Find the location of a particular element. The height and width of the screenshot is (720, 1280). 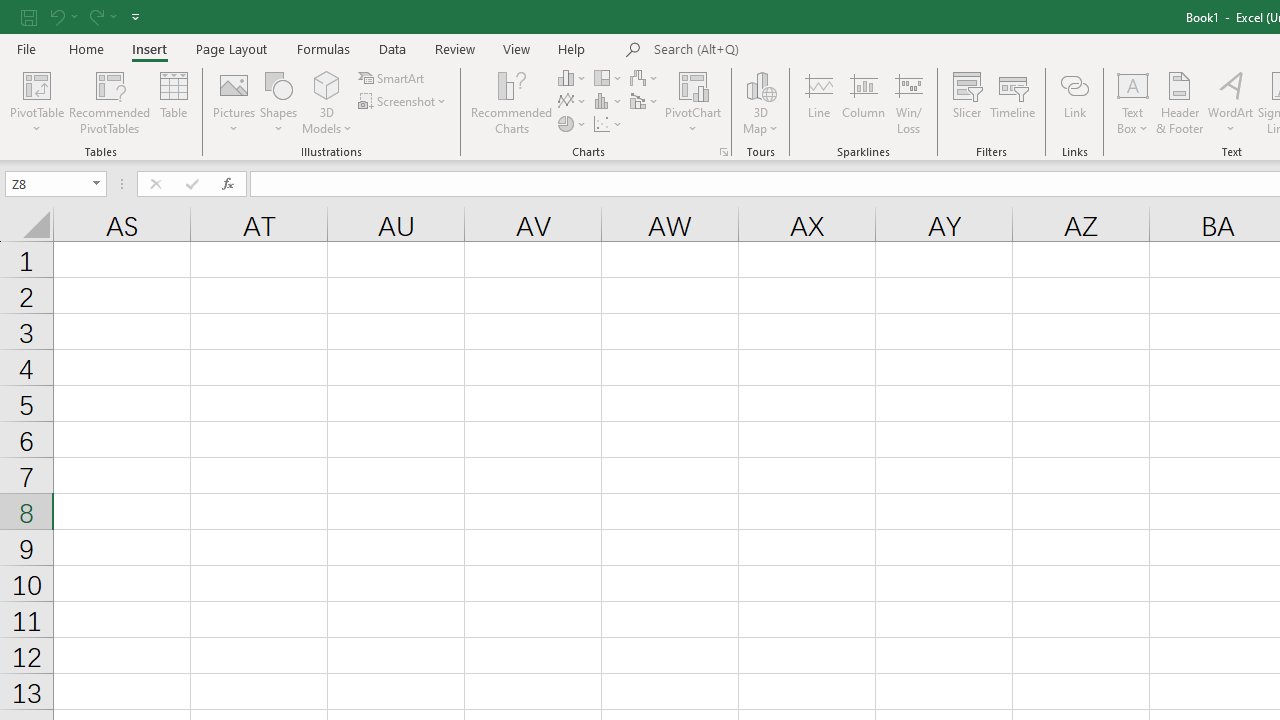

'Column' is located at coordinates (864, 103).